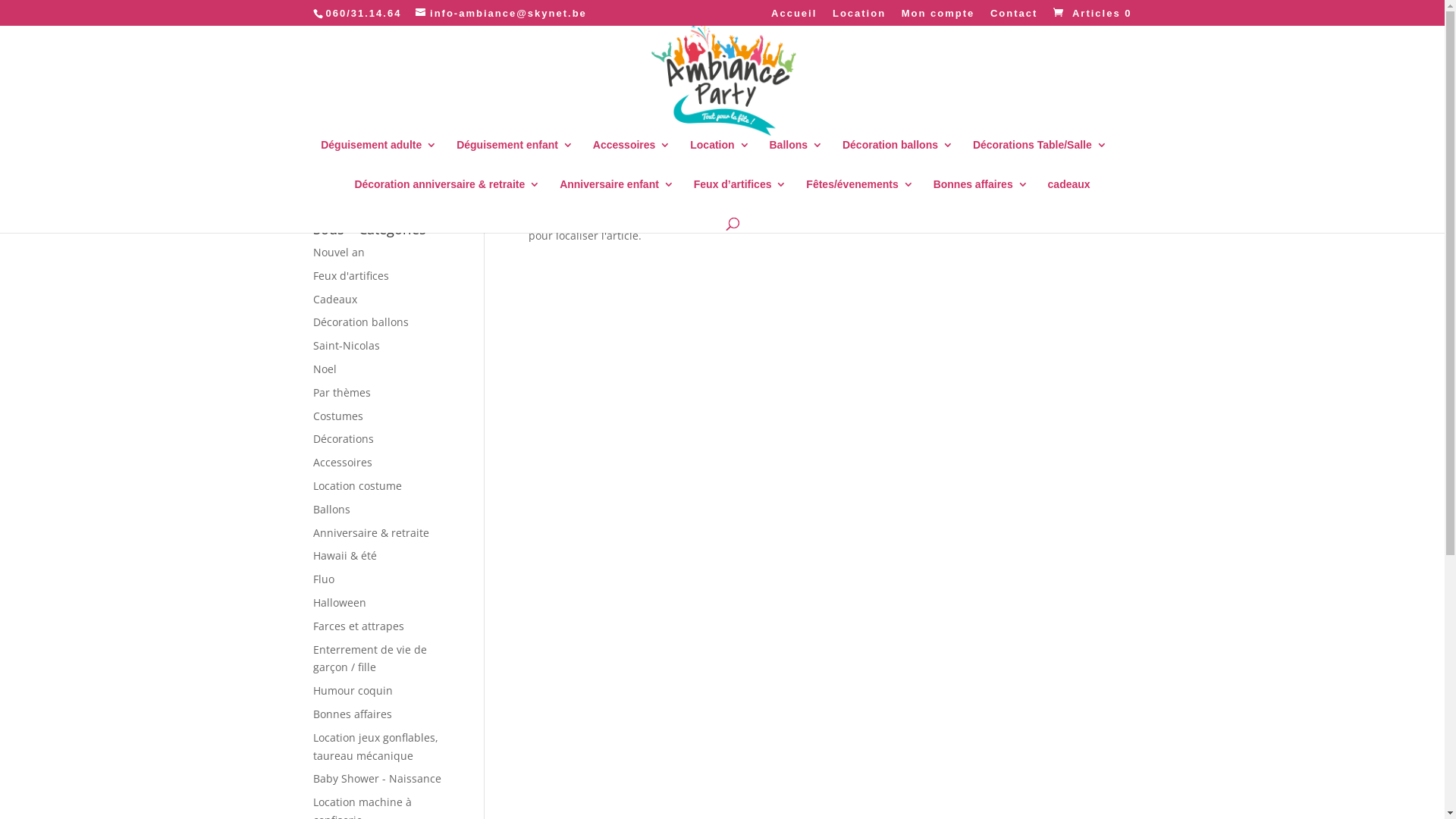 Image resolution: width=1456 pixels, height=819 pixels. What do you see at coordinates (795, 155) in the screenshot?
I see `'Ballons'` at bounding box center [795, 155].